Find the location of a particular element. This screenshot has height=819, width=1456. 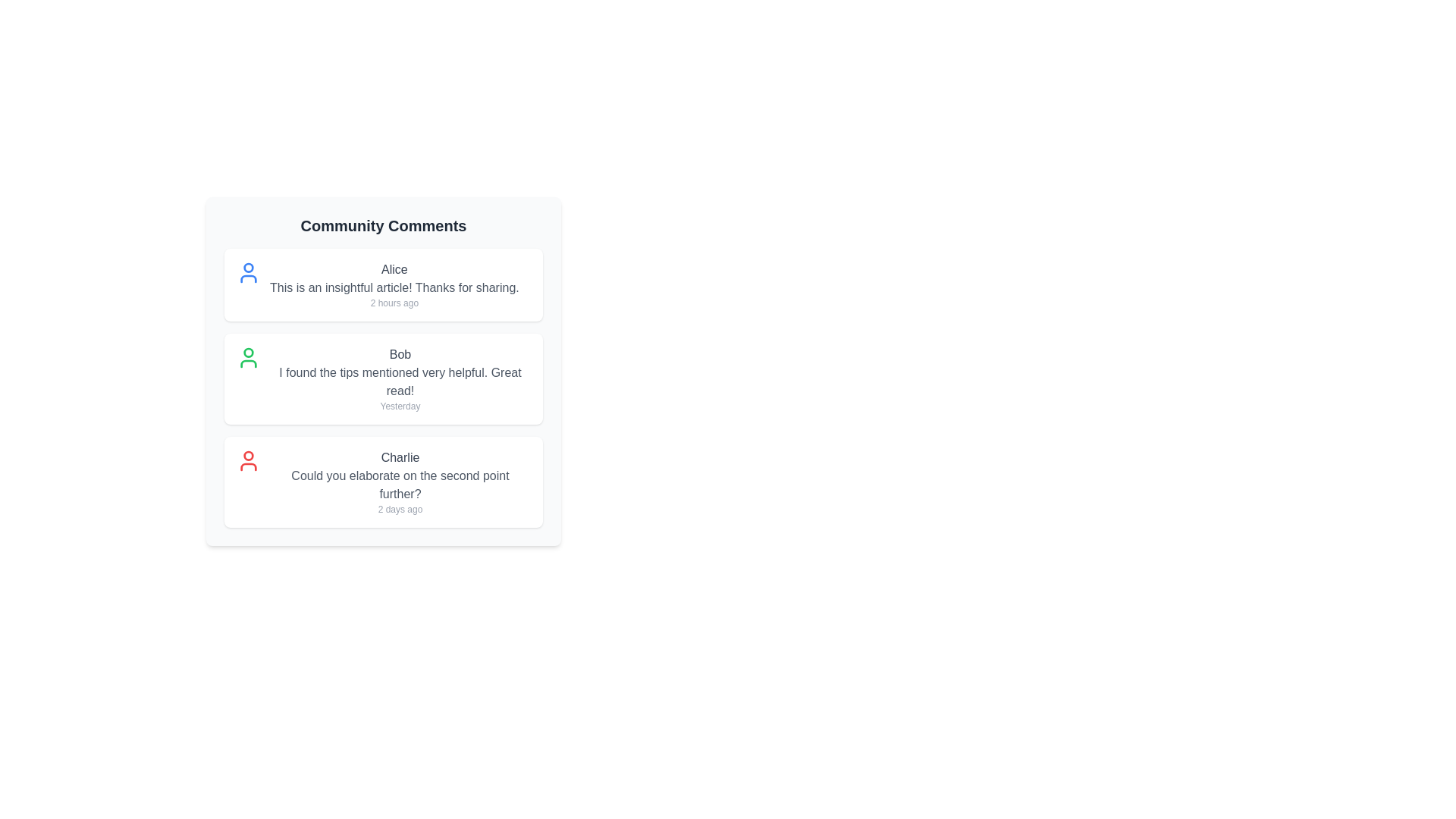

the avatar of Alice to view their profile is located at coordinates (248, 271).